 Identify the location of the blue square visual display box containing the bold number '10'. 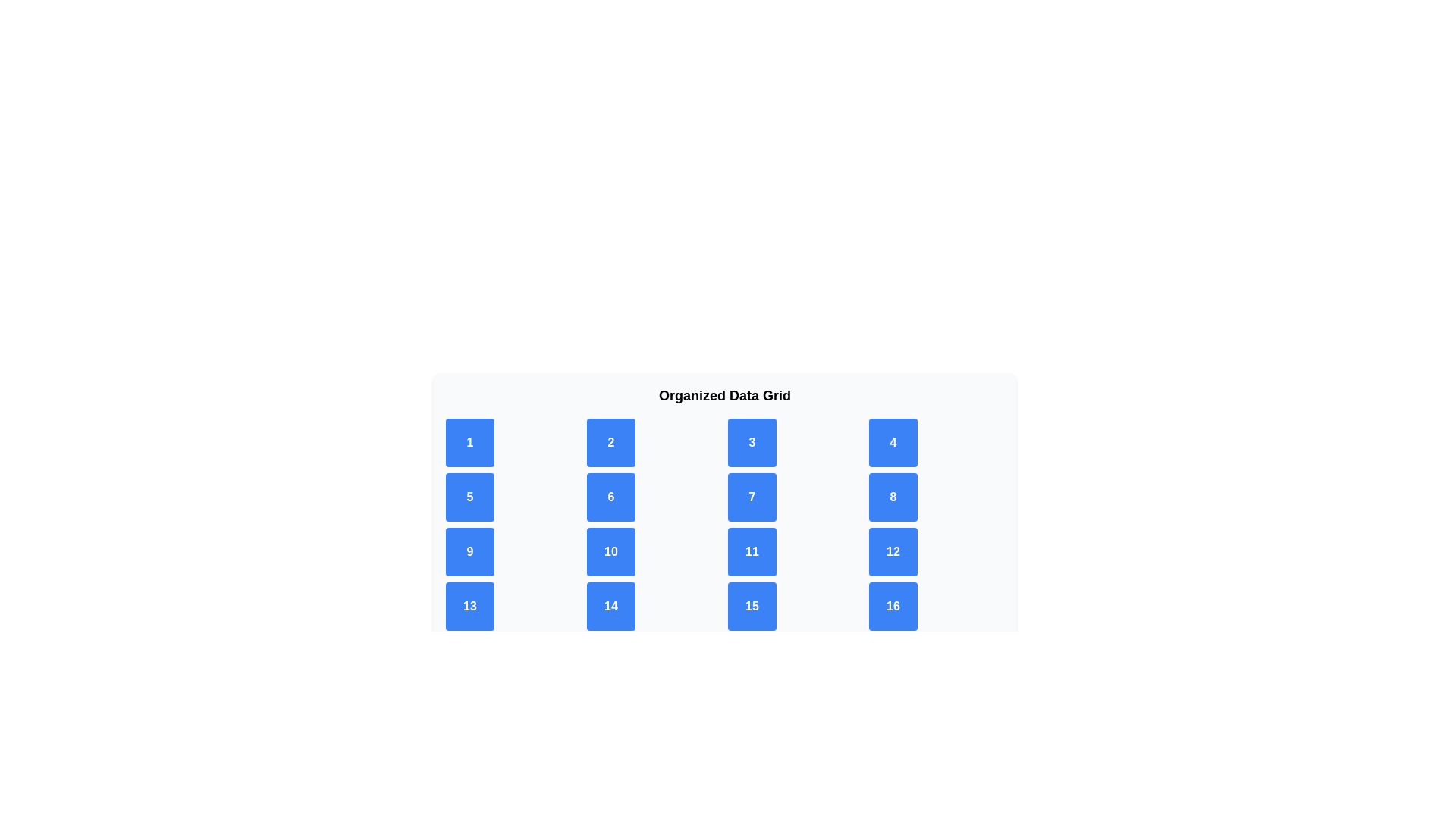
(611, 552).